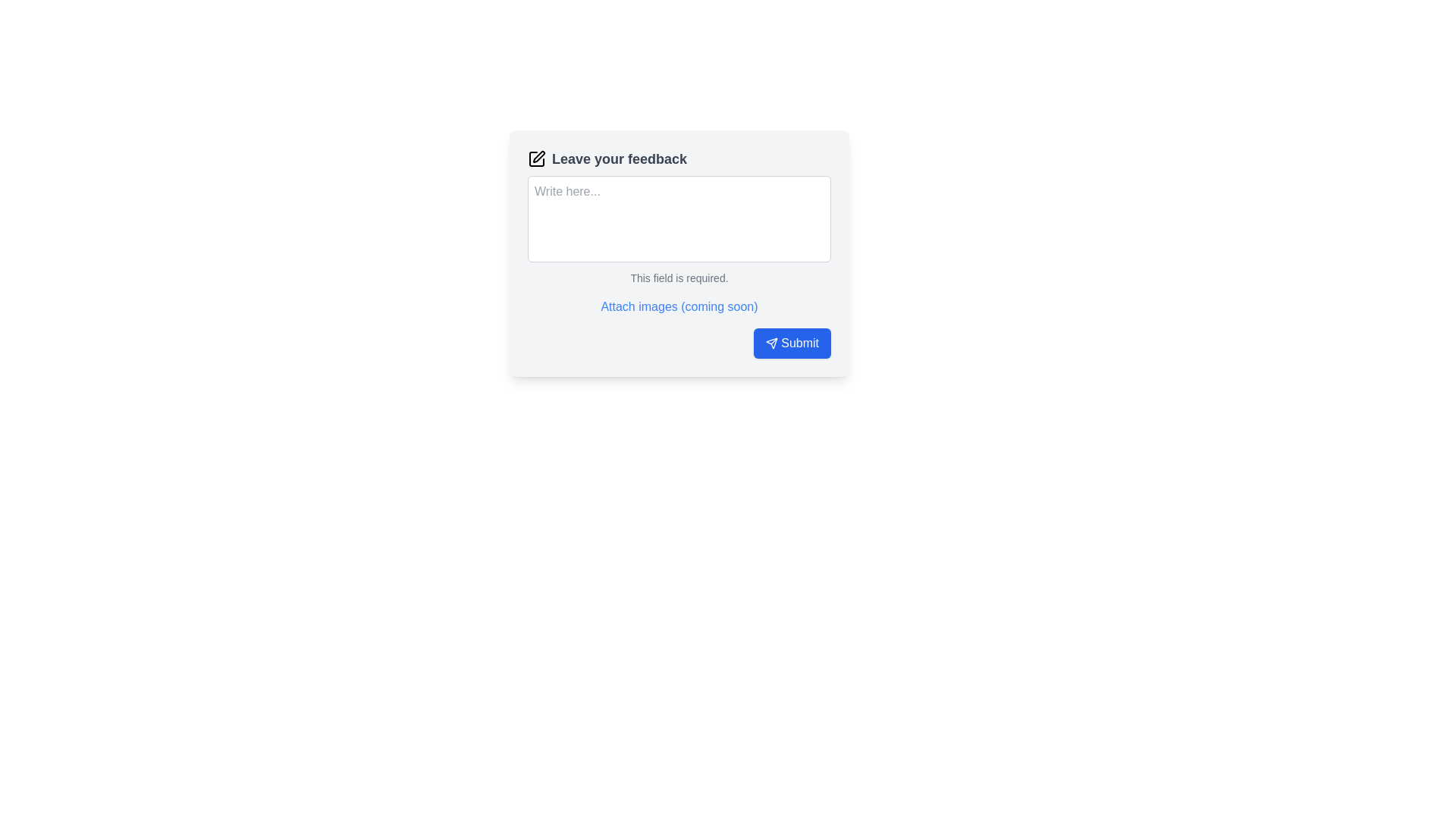 This screenshot has height=819, width=1456. Describe the element at coordinates (772, 343) in the screenshot. I see `the SVG icon representing the send action located on the left side of the 'Submit' button, which is situated in the lower-right part of the feedback form` at that location.